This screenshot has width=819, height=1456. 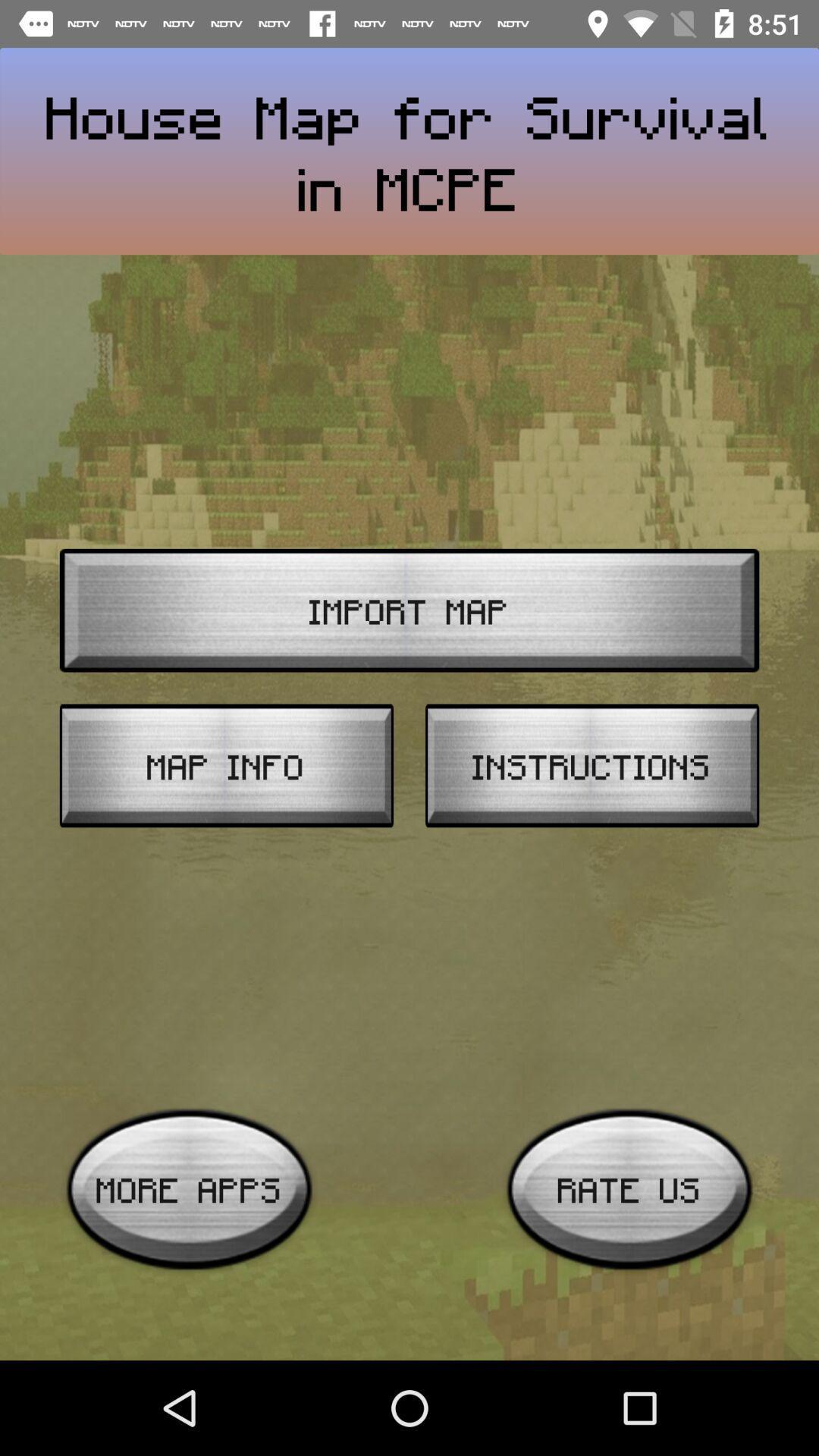 What do you see at coordinates (629, 1188) in the screenshot?
I see `rate us item` at bounding box center [629, 1188].